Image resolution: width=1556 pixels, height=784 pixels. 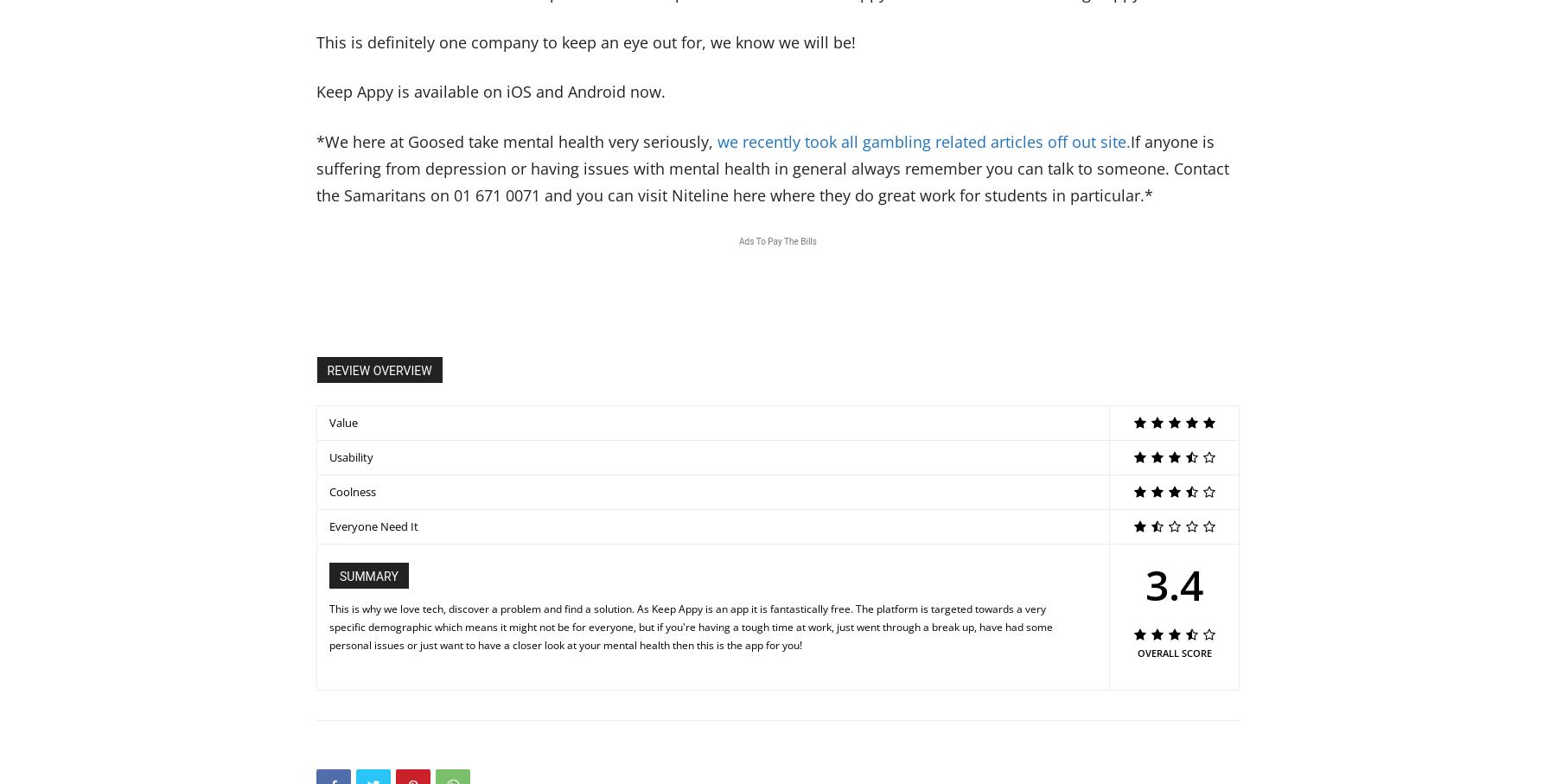 I want to click on 'OVERALL SCORE', so click(x=1172, y=651).